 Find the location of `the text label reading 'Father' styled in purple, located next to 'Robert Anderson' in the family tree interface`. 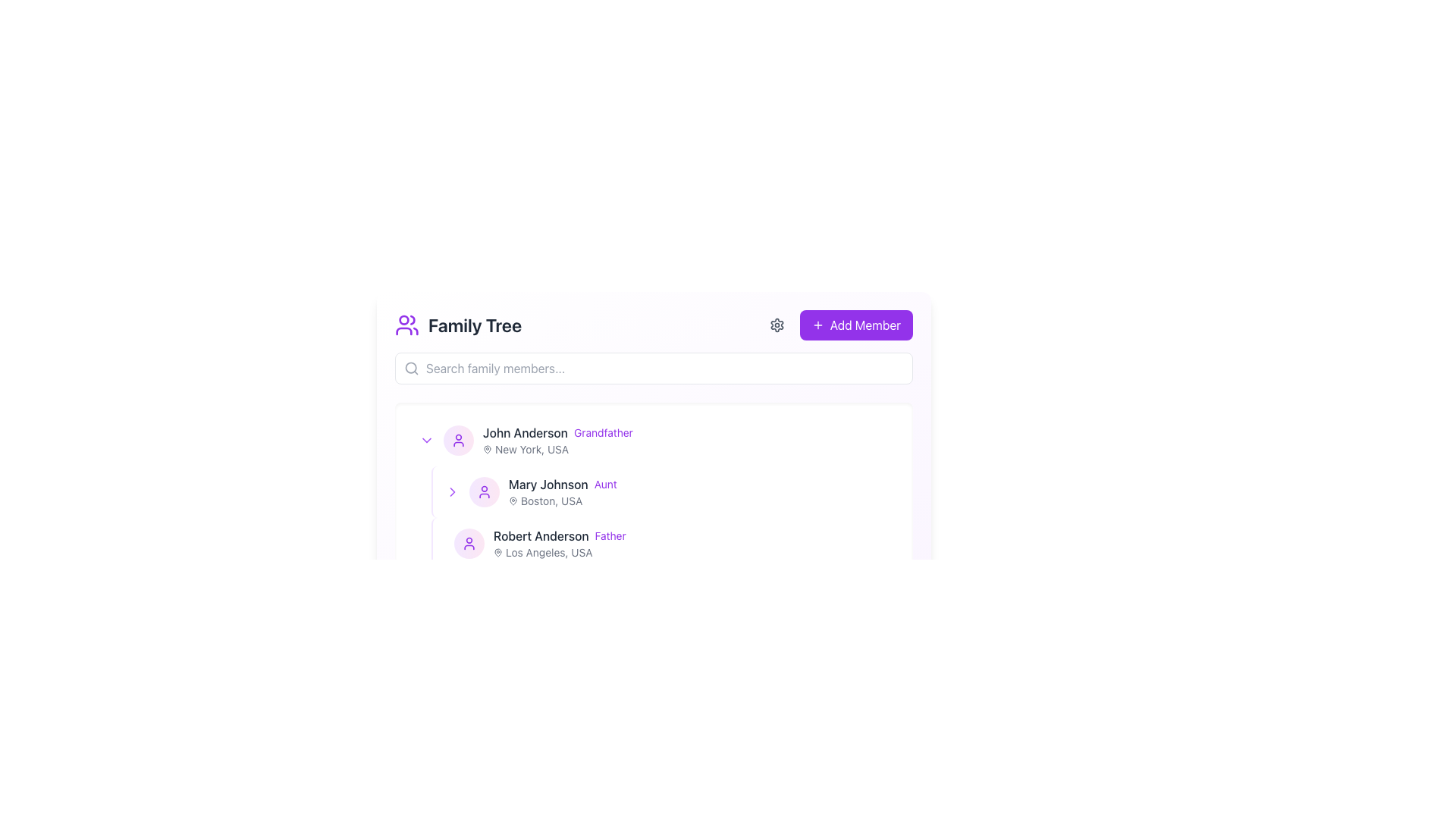

the text label reading 'Father' styled in purple, located next to 'Robert Anderson' in the family tree interface is located at coordinates (610, 535).